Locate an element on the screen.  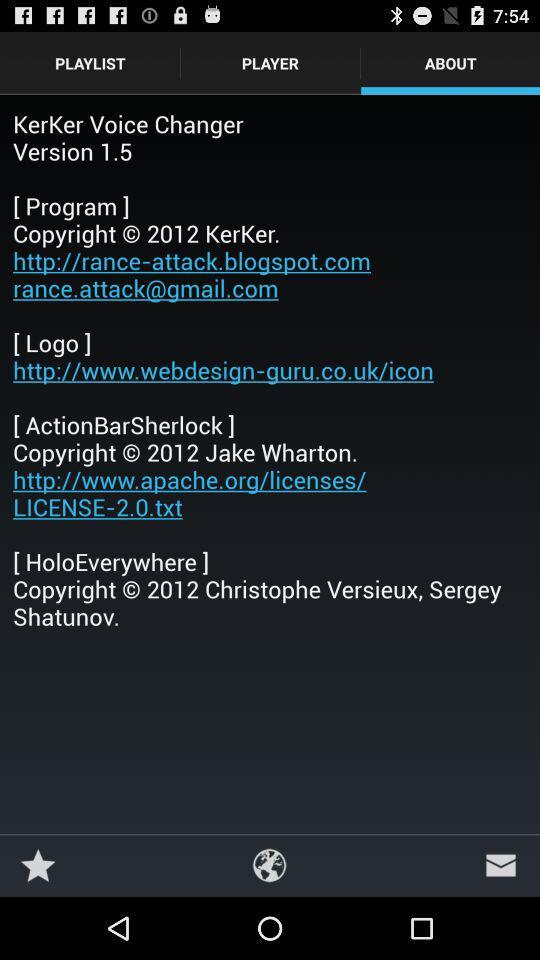
icon at the center is located at coordinates (270, 368).